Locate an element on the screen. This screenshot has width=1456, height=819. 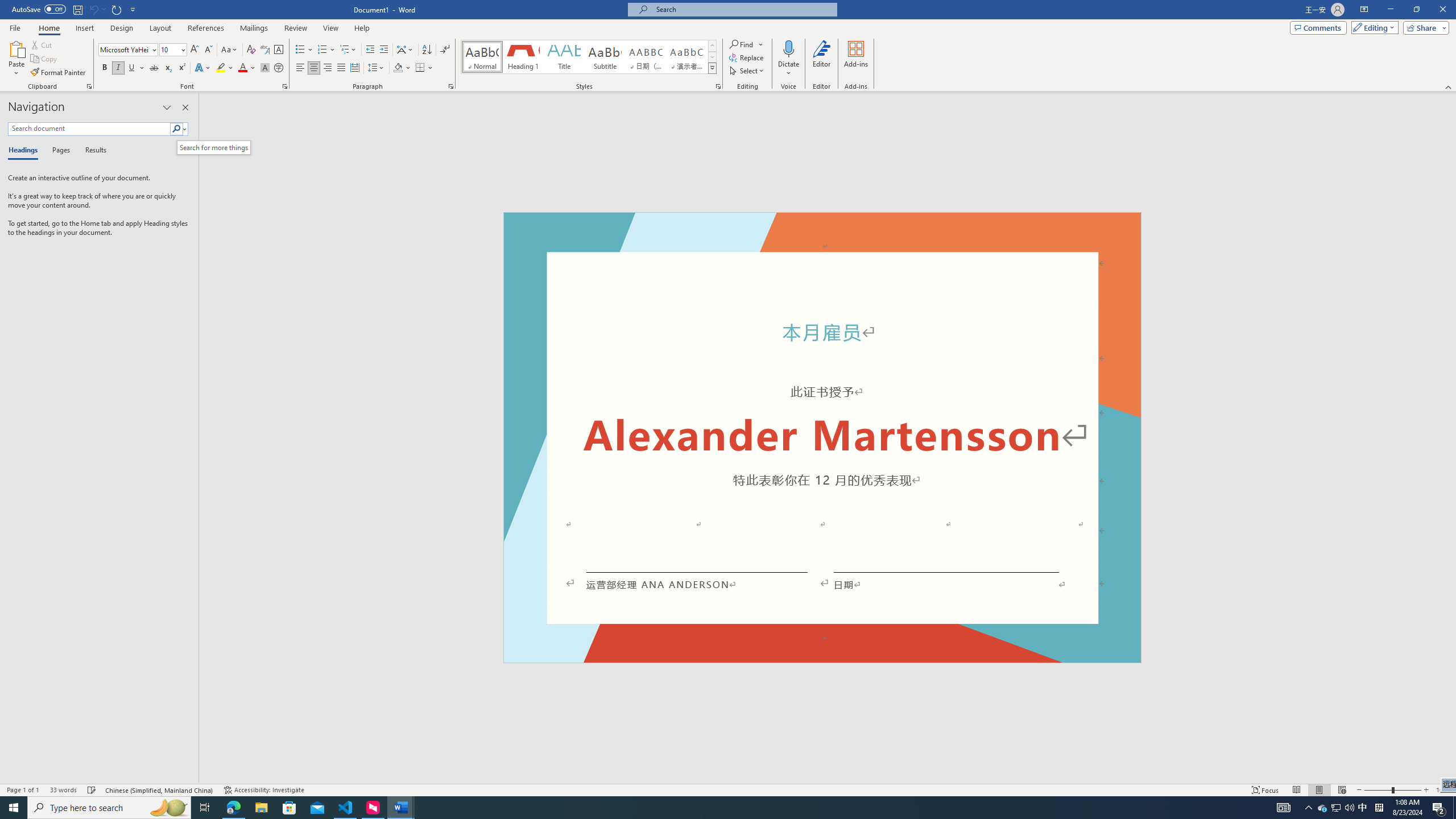
'Search for more things' is located at coordinates (213, 147).